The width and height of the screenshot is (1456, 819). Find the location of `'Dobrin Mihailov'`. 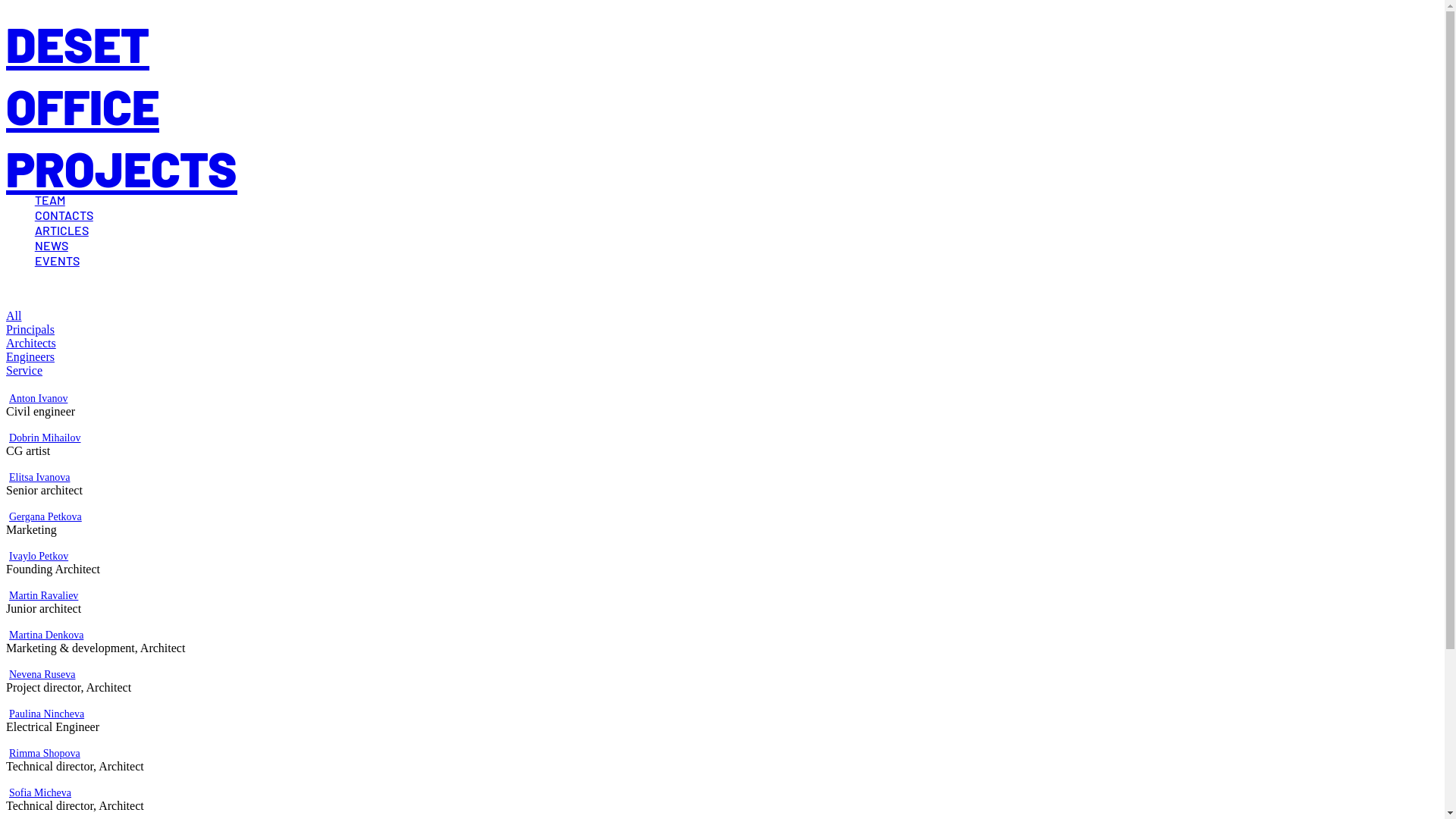

'Dobrin Mihailov' is located at coordinates (45, 438).